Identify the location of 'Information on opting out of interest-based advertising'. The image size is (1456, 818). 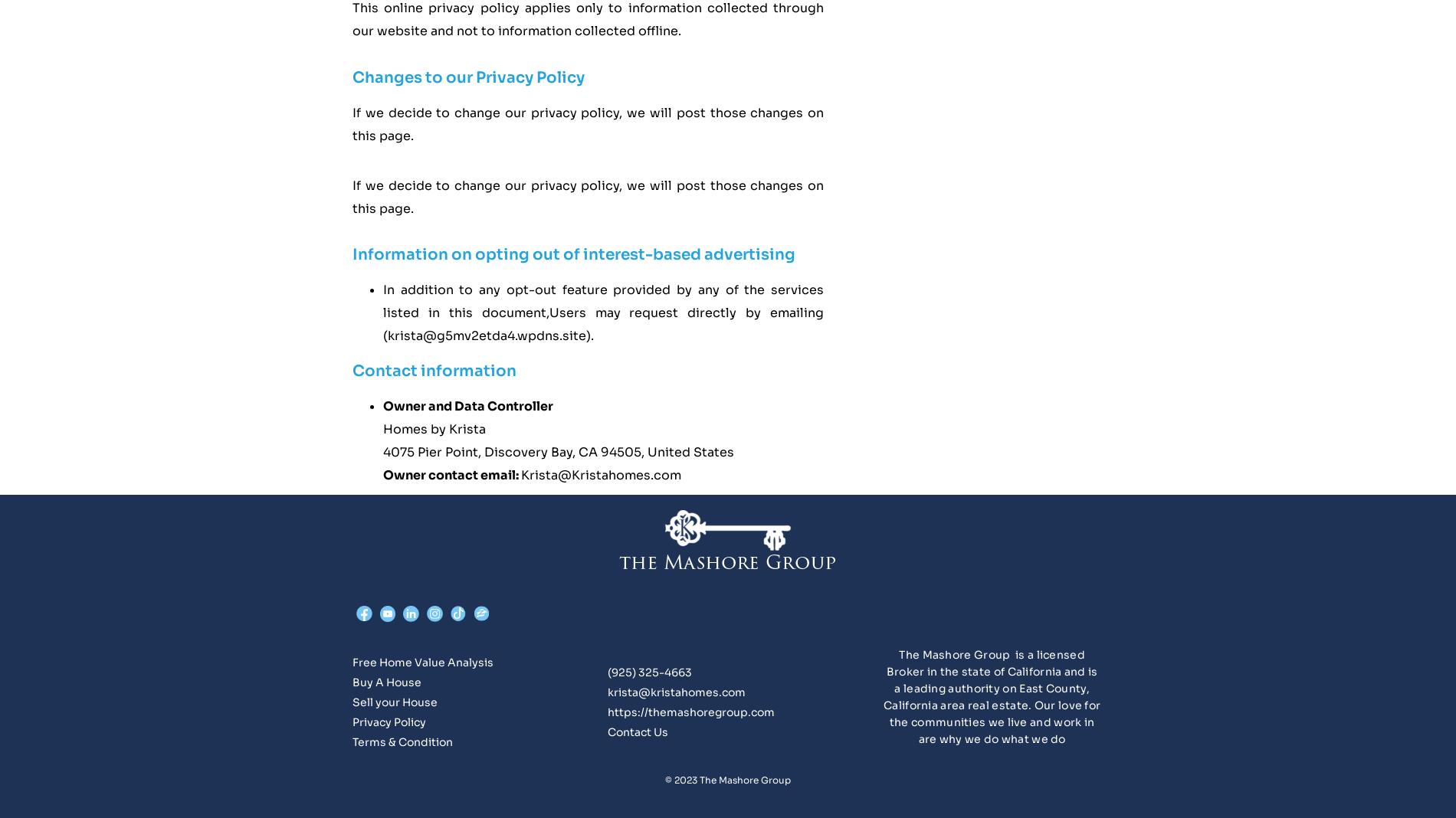
(572, 254).